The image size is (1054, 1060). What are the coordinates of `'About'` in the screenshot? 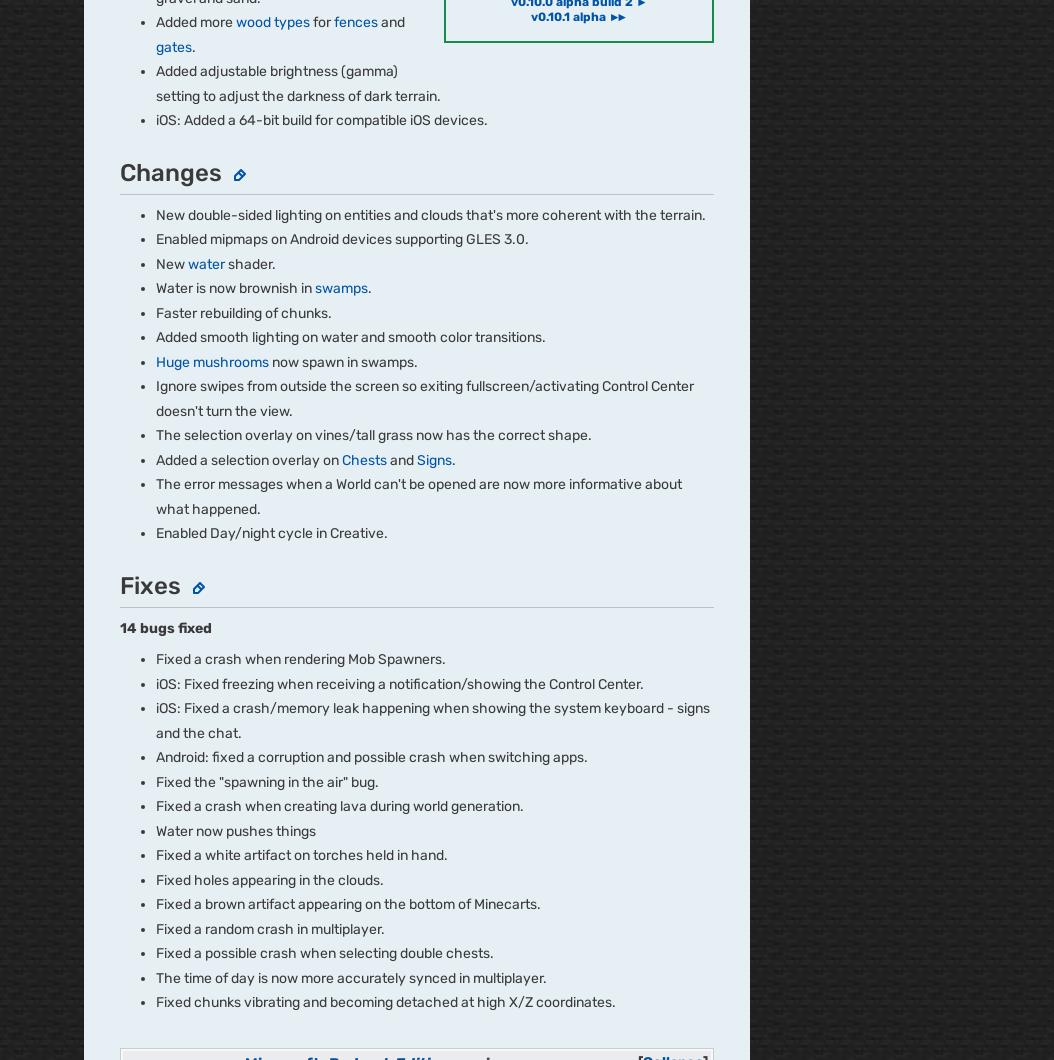 It's located at (101, 505).